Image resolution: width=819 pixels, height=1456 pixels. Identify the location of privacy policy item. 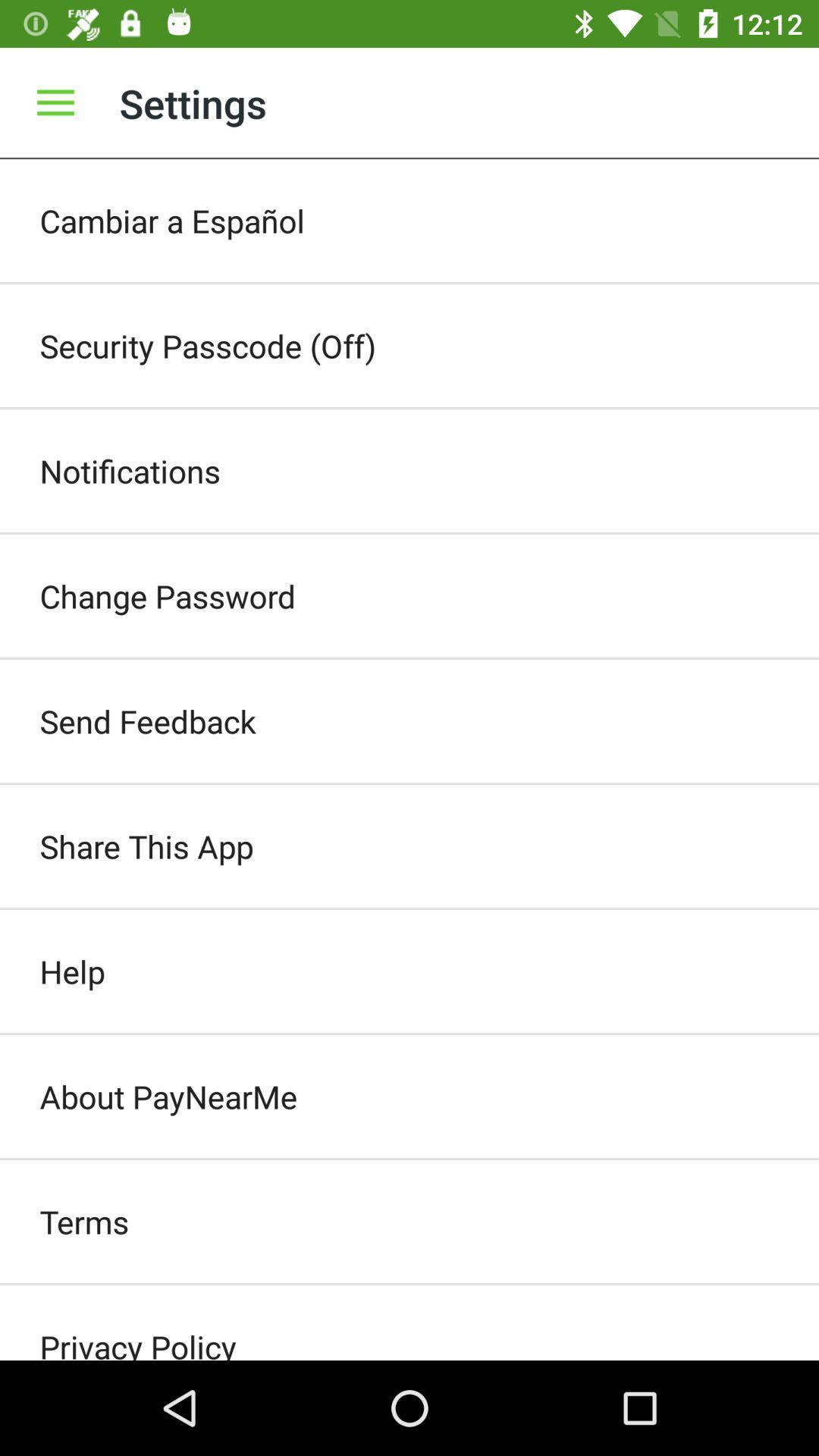
(409, 1322).